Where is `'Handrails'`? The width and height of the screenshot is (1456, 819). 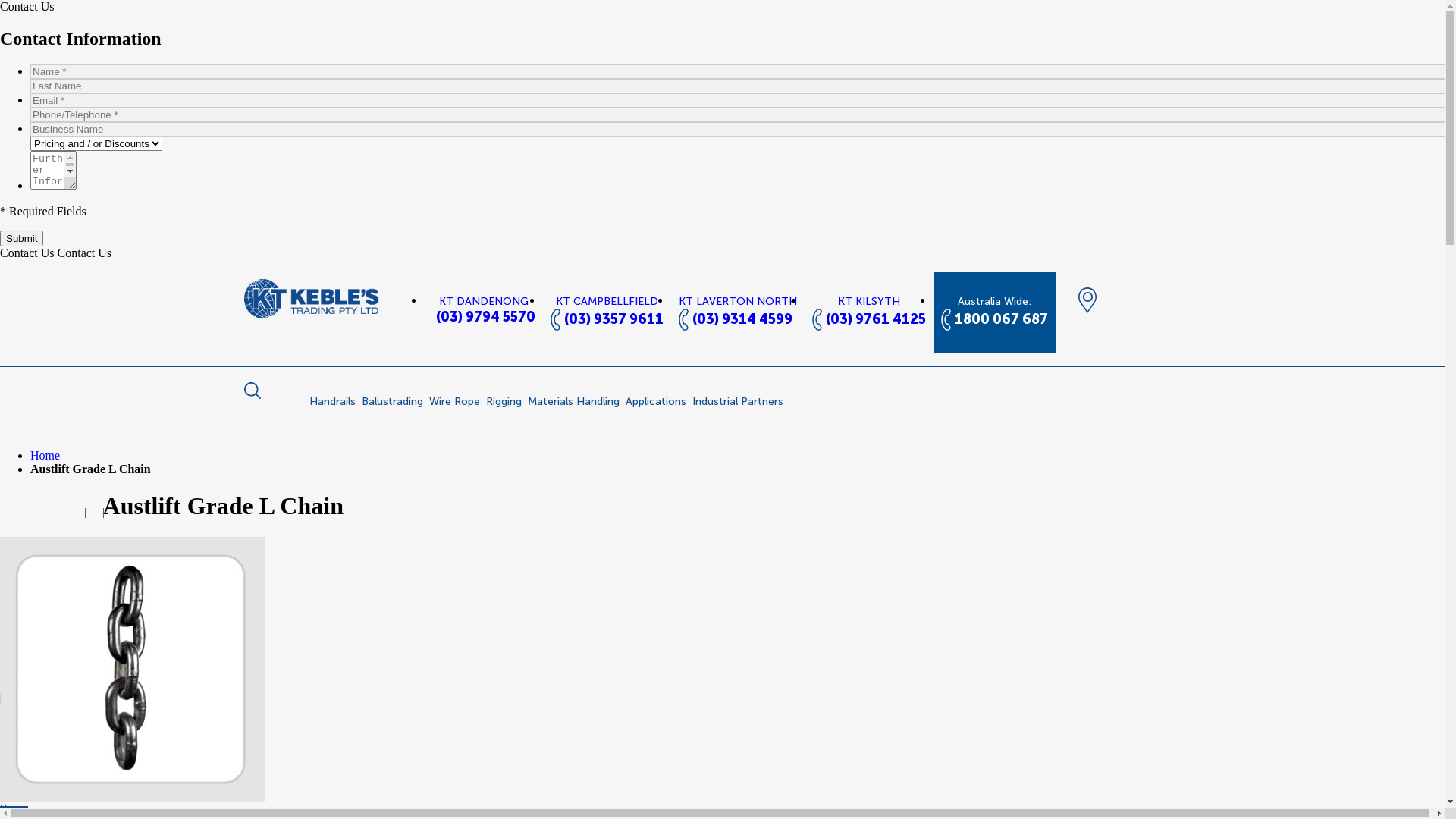
'Handrails' is located at coordinates (331, 400).